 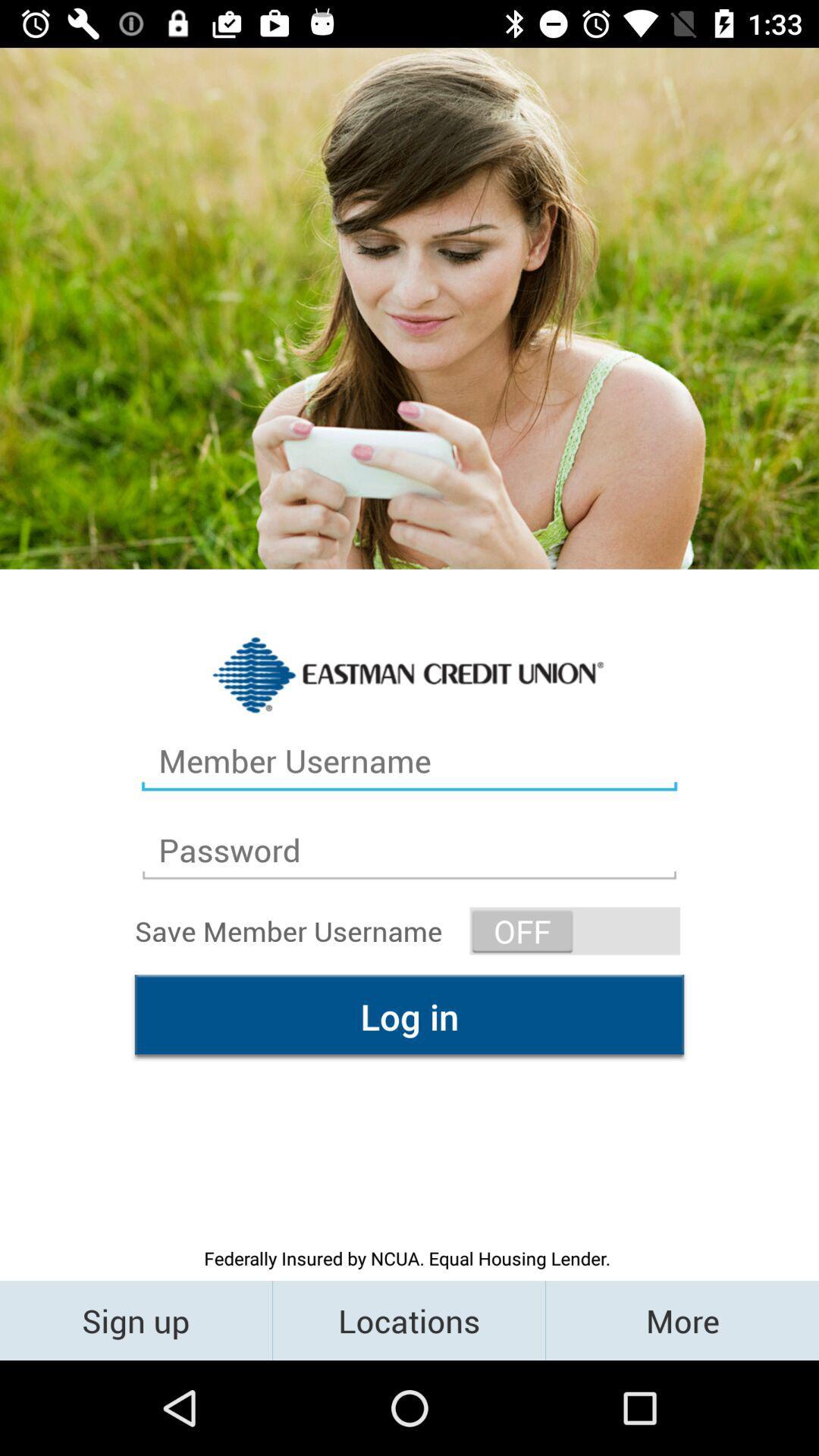 What do you see at coordinates (409, 1016) in the screenshot?
I see `the icon above the federally insured by` at bounding box center [409, 1016].